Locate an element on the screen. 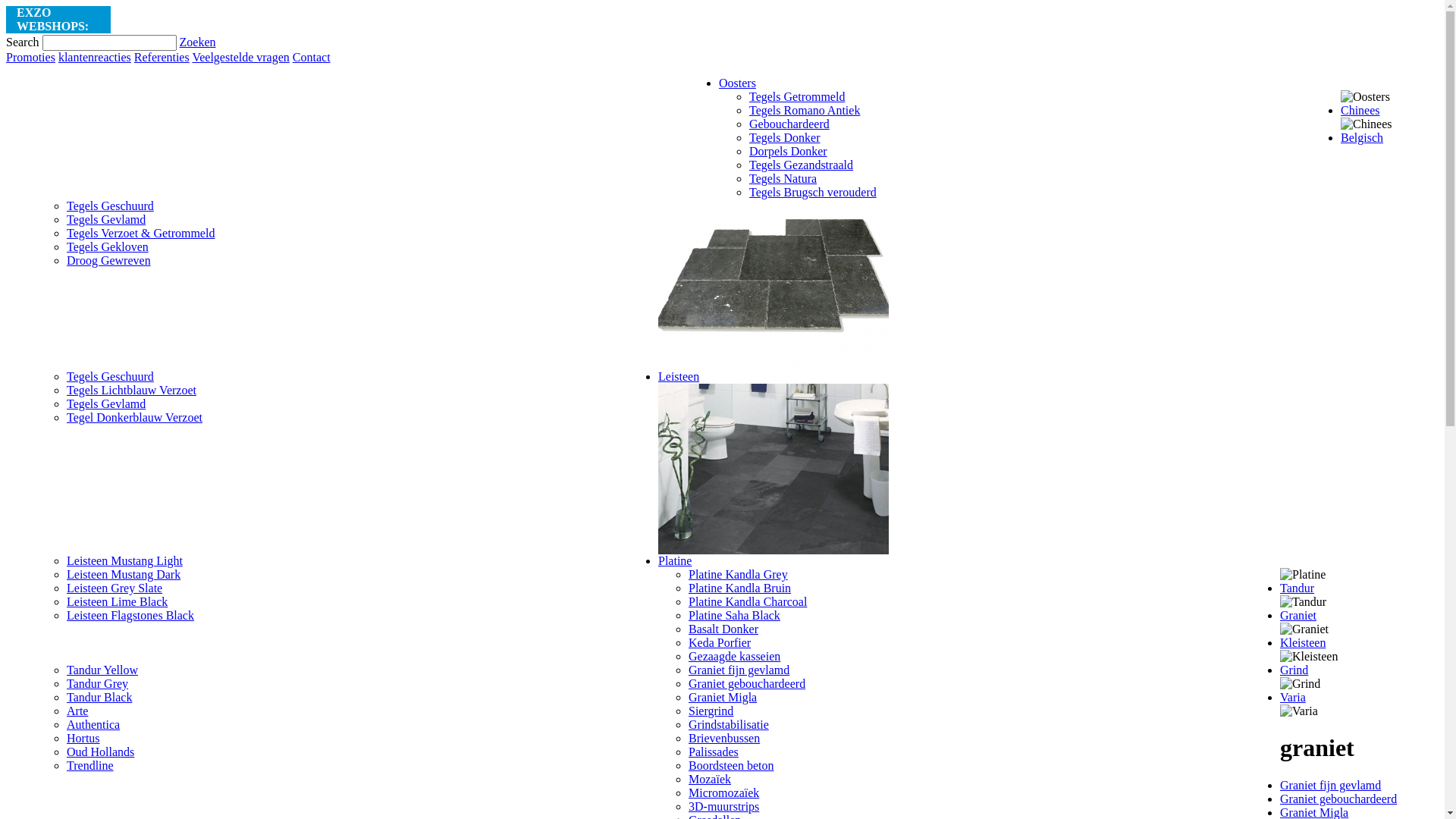 This screenshot has width=1456, height=819. 'Oosters' is located at coordinates (737, 83).